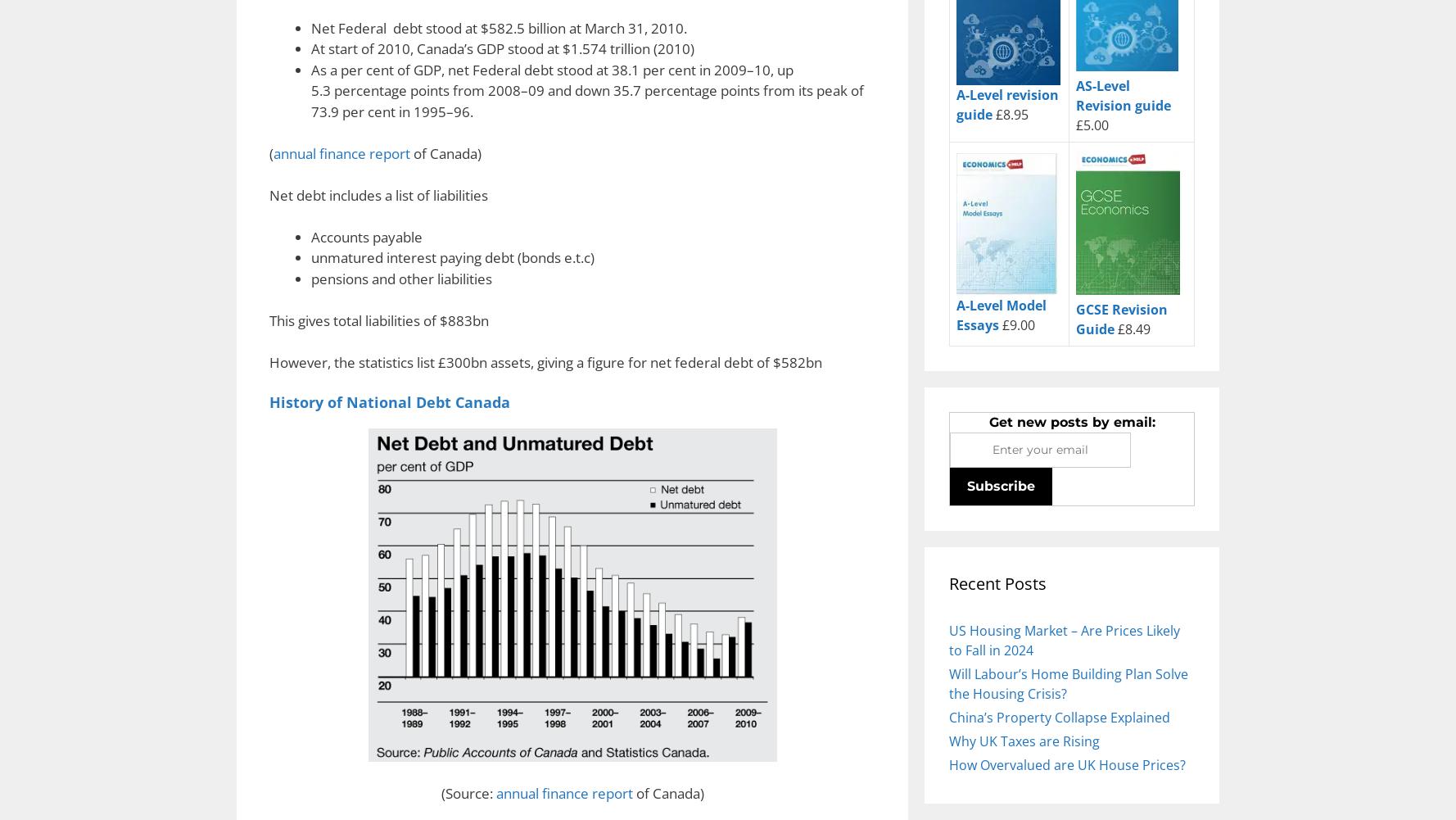  What do you see at coordinates (310, 236) in the screenshot?
I see `'Accounts payable'` at bounding box center [310, 236].